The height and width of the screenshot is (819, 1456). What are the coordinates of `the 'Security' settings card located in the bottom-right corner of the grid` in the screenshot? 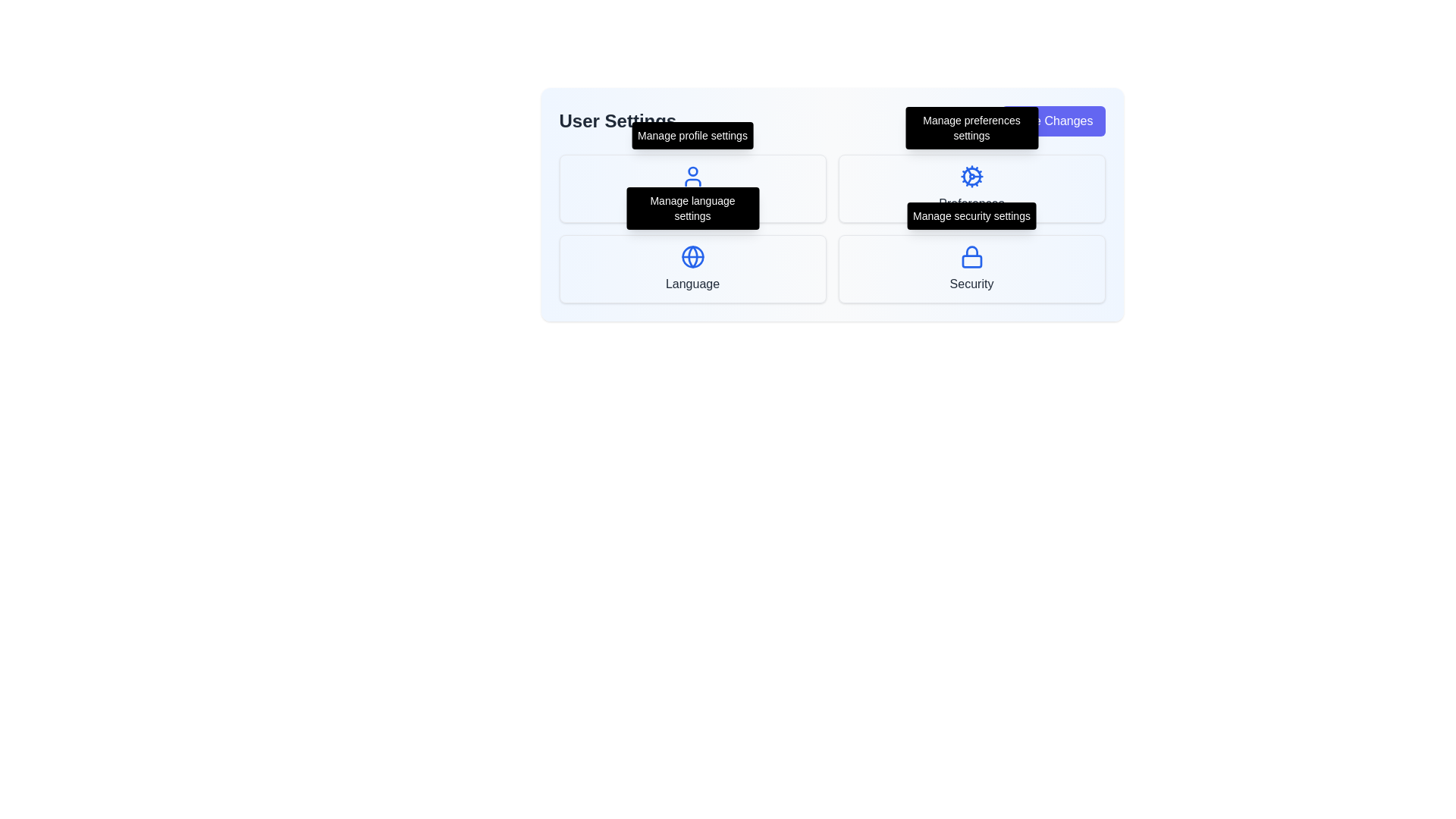 It's located at (971, 268).